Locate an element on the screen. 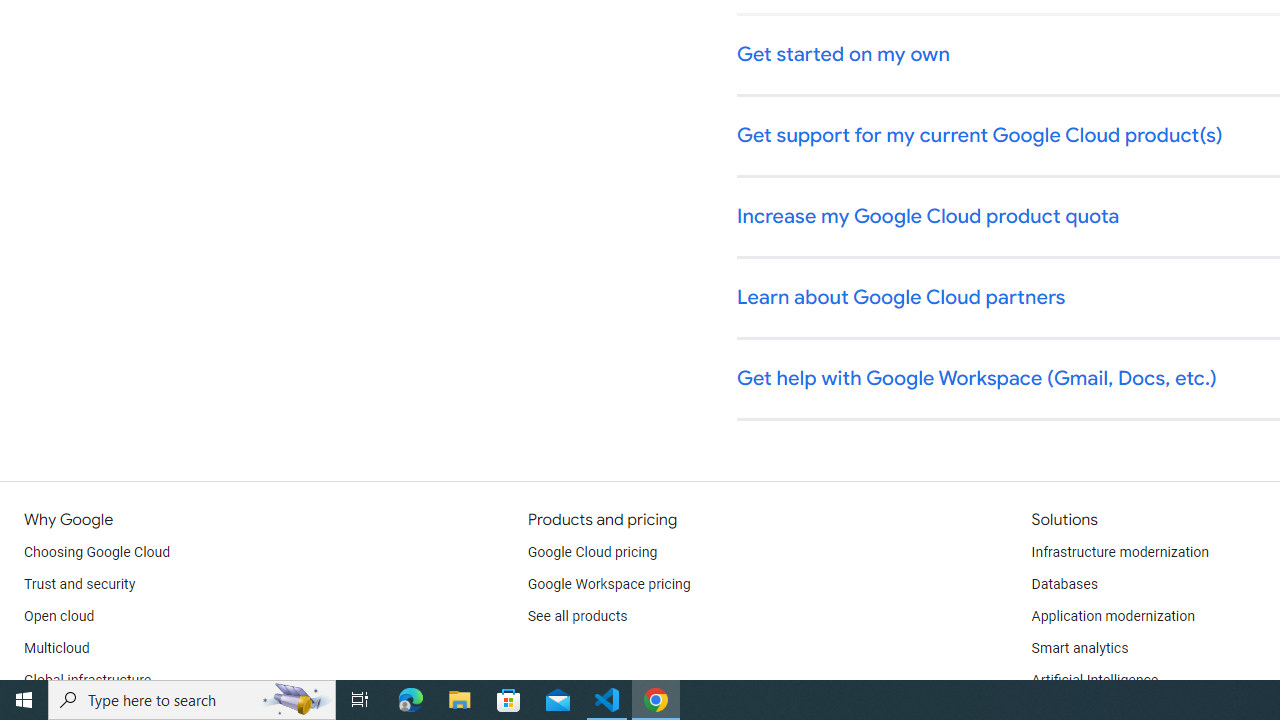  'Smart analytics' is located at coordinates (1078, 649).